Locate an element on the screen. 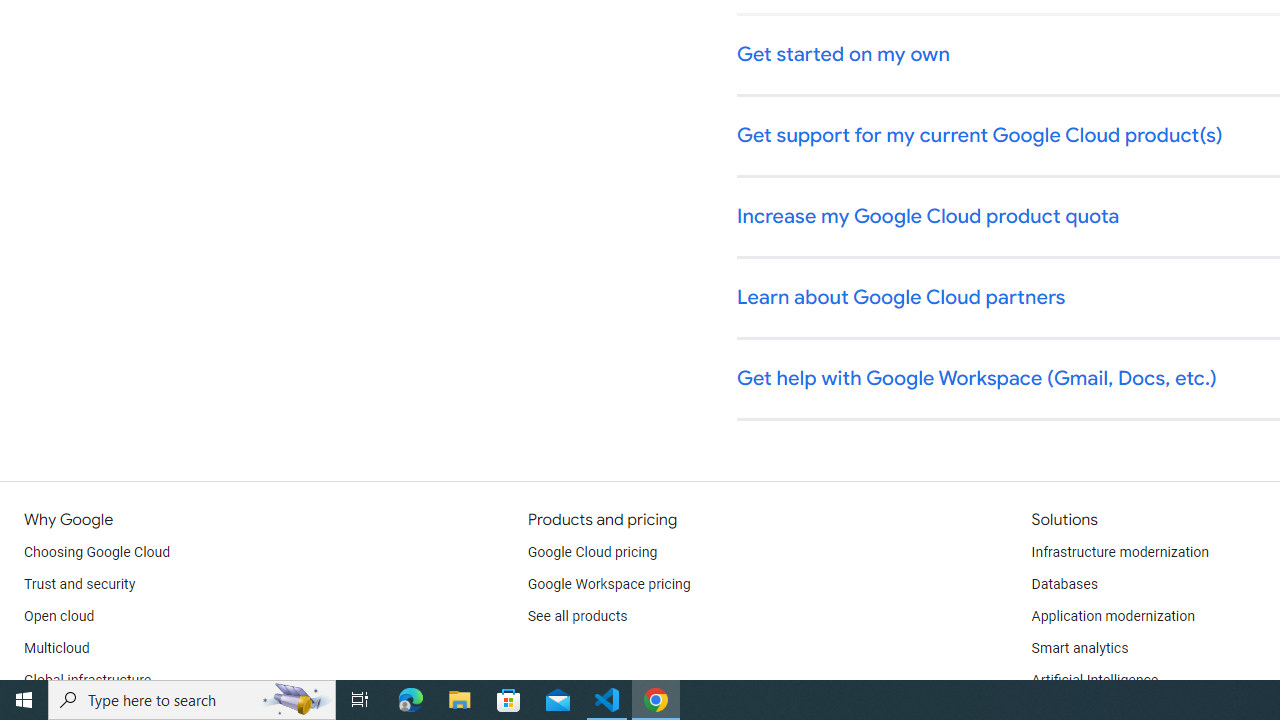  'Smart analytics' is located at coordinates (1078, 649).